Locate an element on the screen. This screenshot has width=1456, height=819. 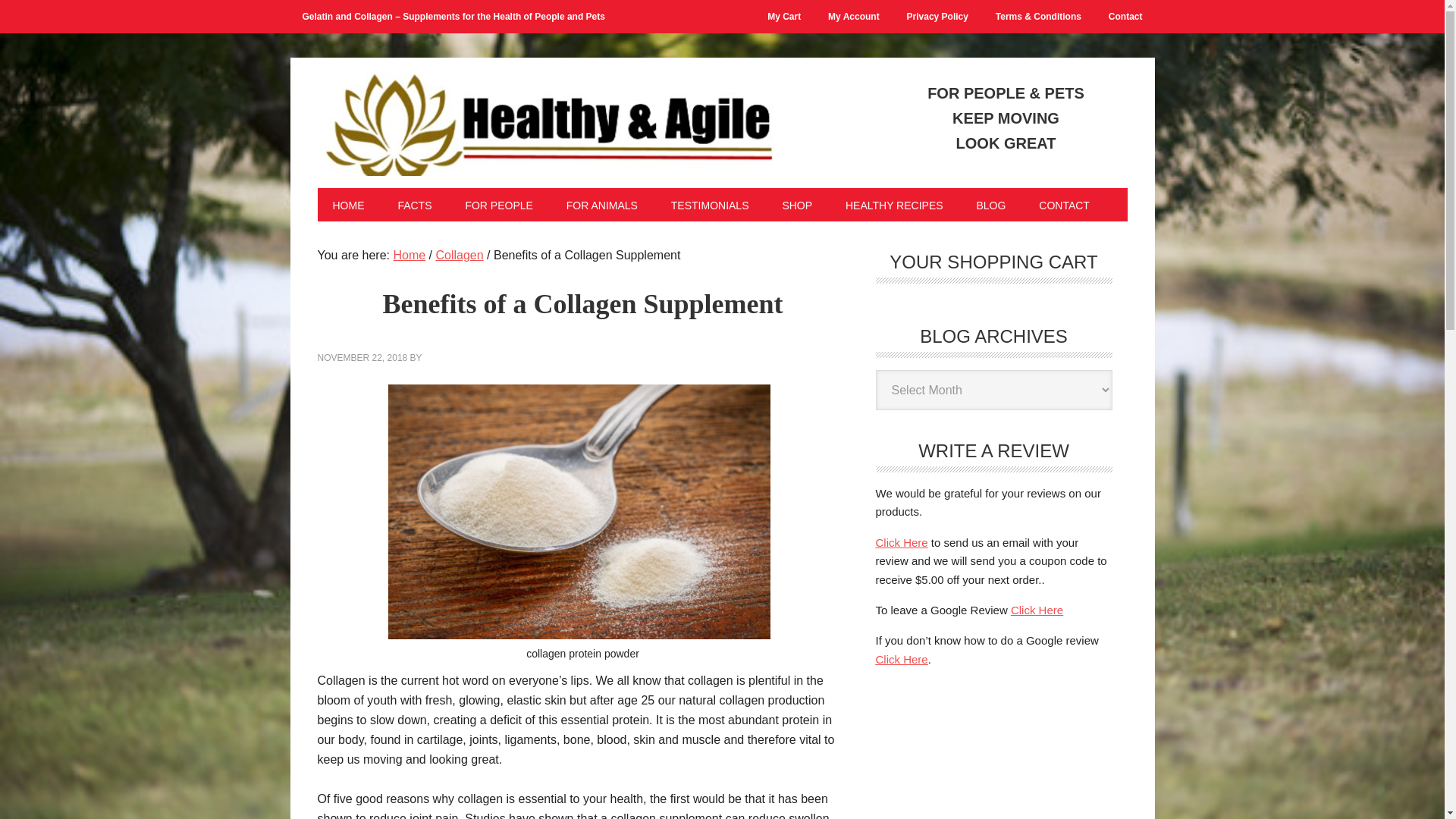
'SHOP' is located at coordinates (796, 205).